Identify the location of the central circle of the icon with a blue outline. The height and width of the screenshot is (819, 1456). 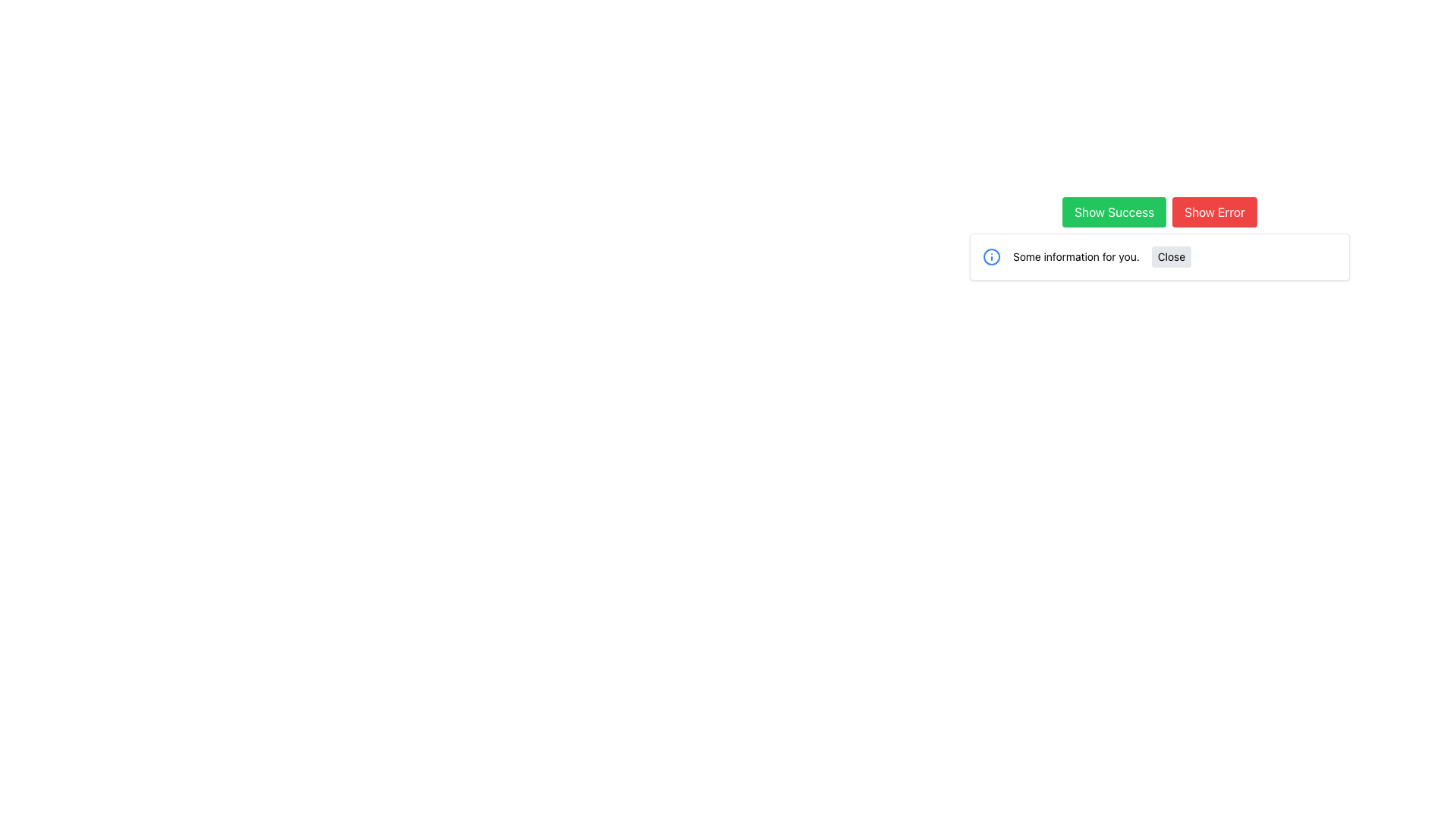
(992, 256).